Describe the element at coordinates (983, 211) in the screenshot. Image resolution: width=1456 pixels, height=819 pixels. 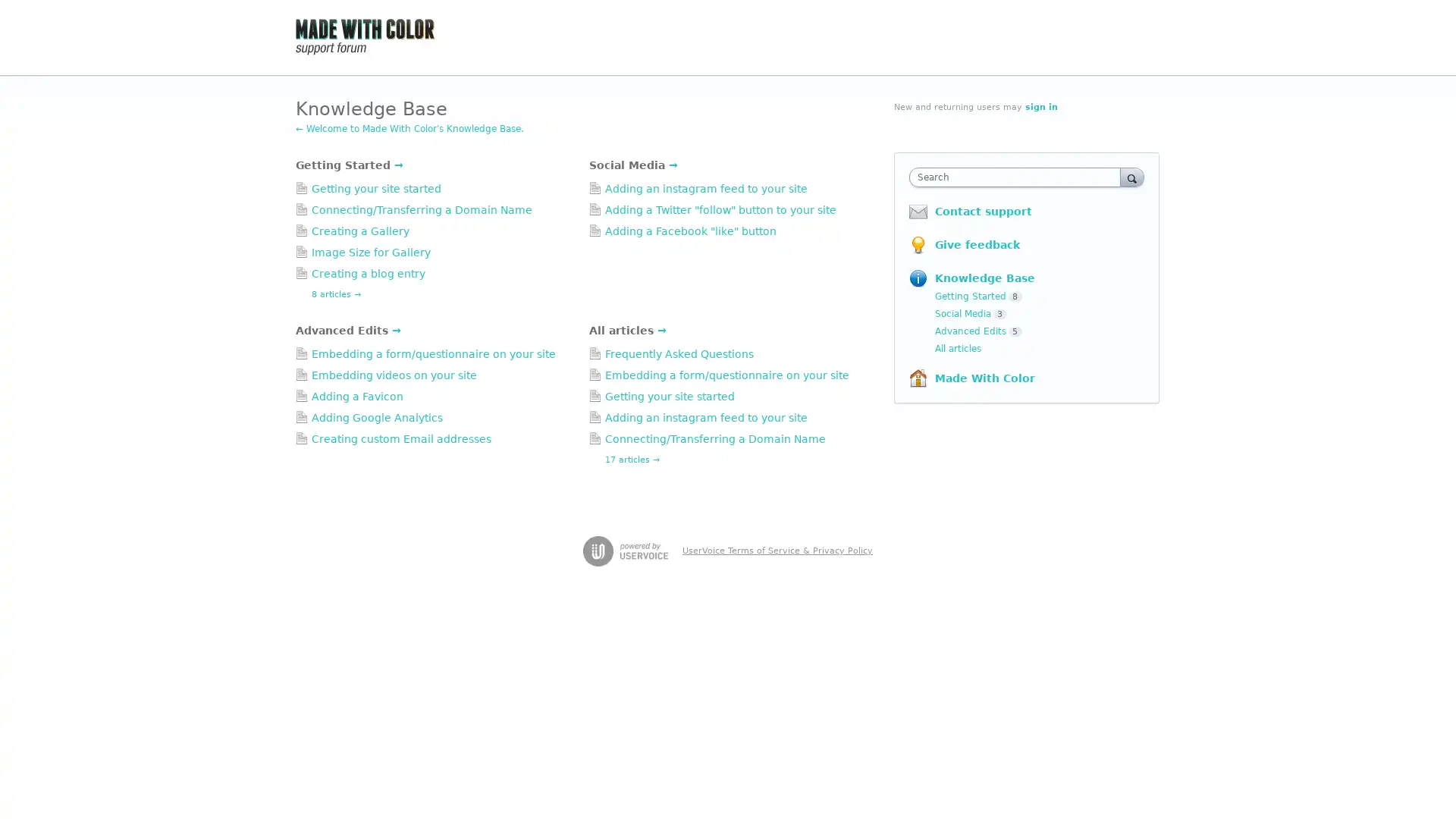
I see `Contact support` at that location.